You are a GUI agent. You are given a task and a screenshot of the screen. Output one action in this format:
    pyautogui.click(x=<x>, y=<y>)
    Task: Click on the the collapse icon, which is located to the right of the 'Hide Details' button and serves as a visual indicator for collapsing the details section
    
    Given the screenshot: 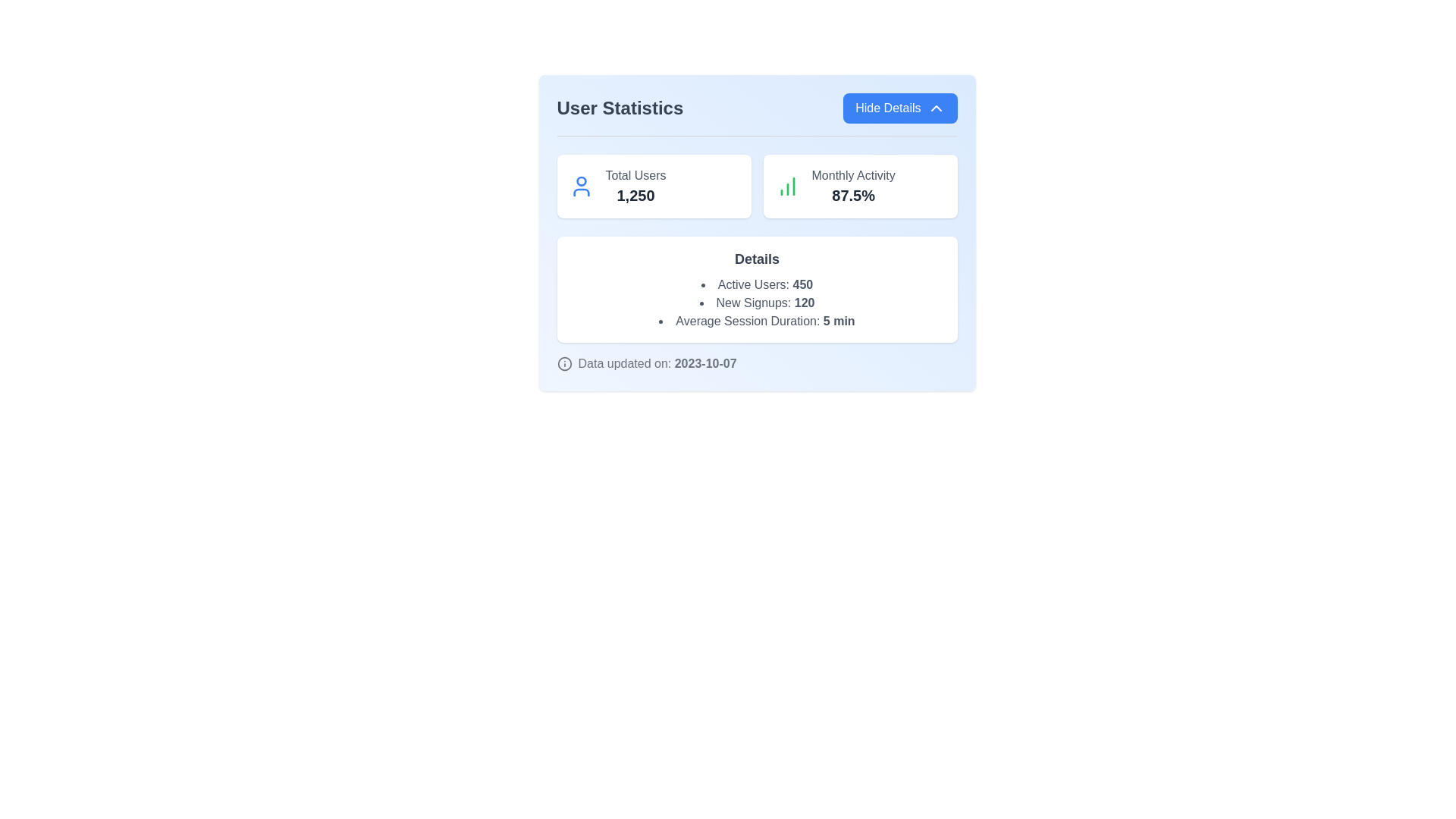 What is the action you would take?
    pyautogui.click(x=935, y=107)
    